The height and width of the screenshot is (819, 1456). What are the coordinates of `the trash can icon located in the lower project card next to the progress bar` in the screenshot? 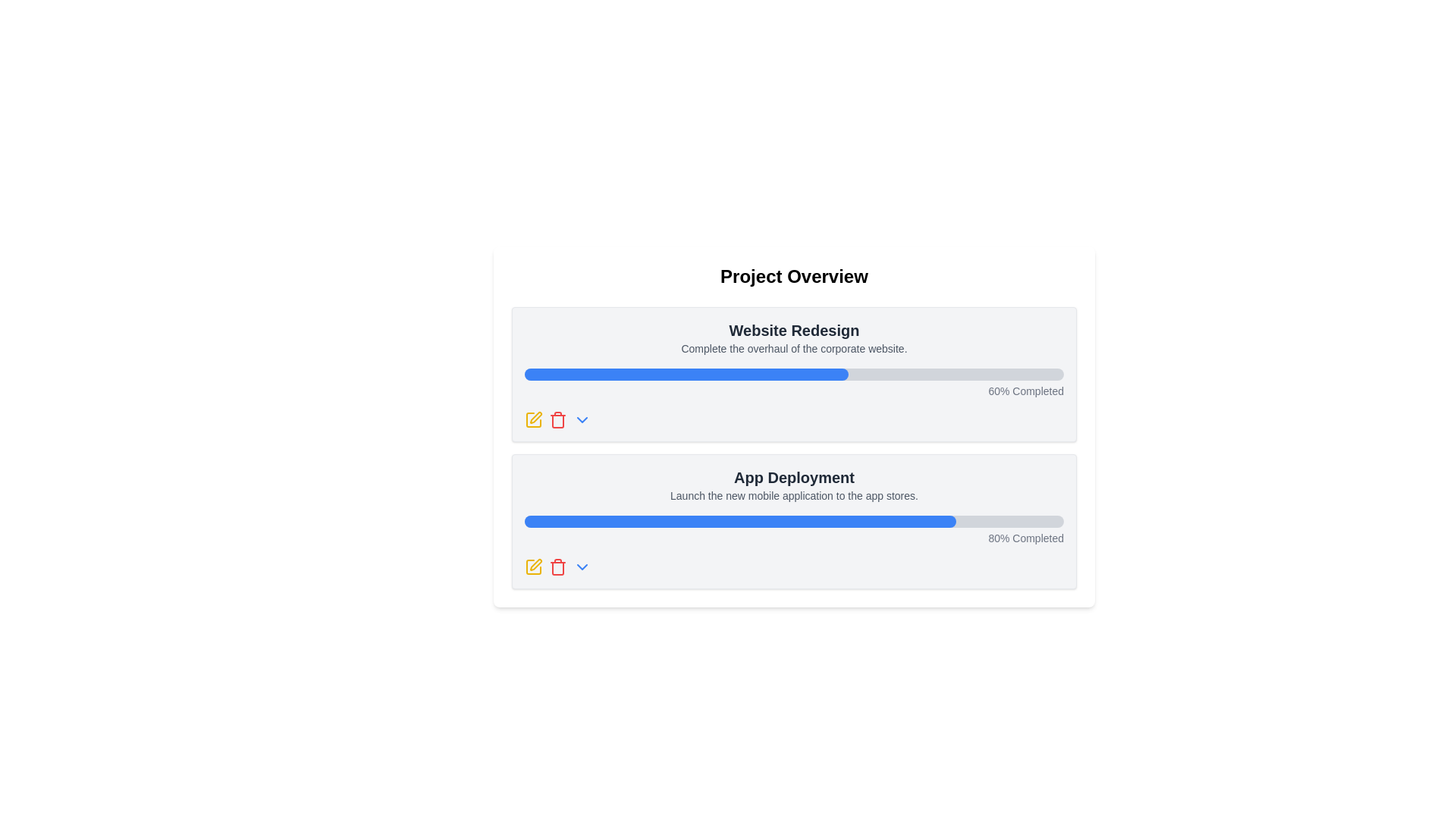 It's located at (557, 568).